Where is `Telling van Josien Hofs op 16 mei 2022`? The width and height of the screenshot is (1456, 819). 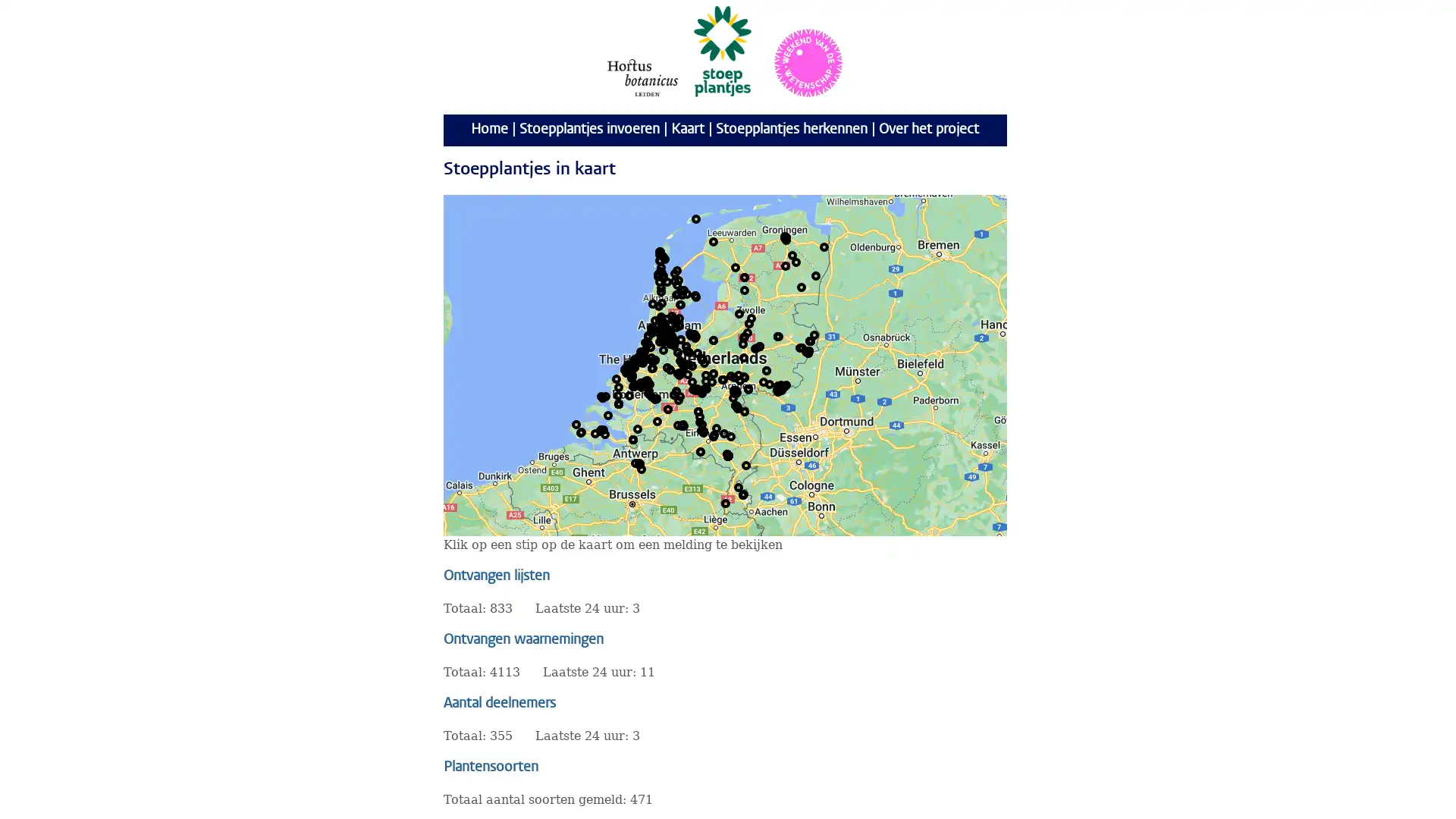
Telling van Josien Hofs op 16 mei 2022 is located at coordinates (645, 379).